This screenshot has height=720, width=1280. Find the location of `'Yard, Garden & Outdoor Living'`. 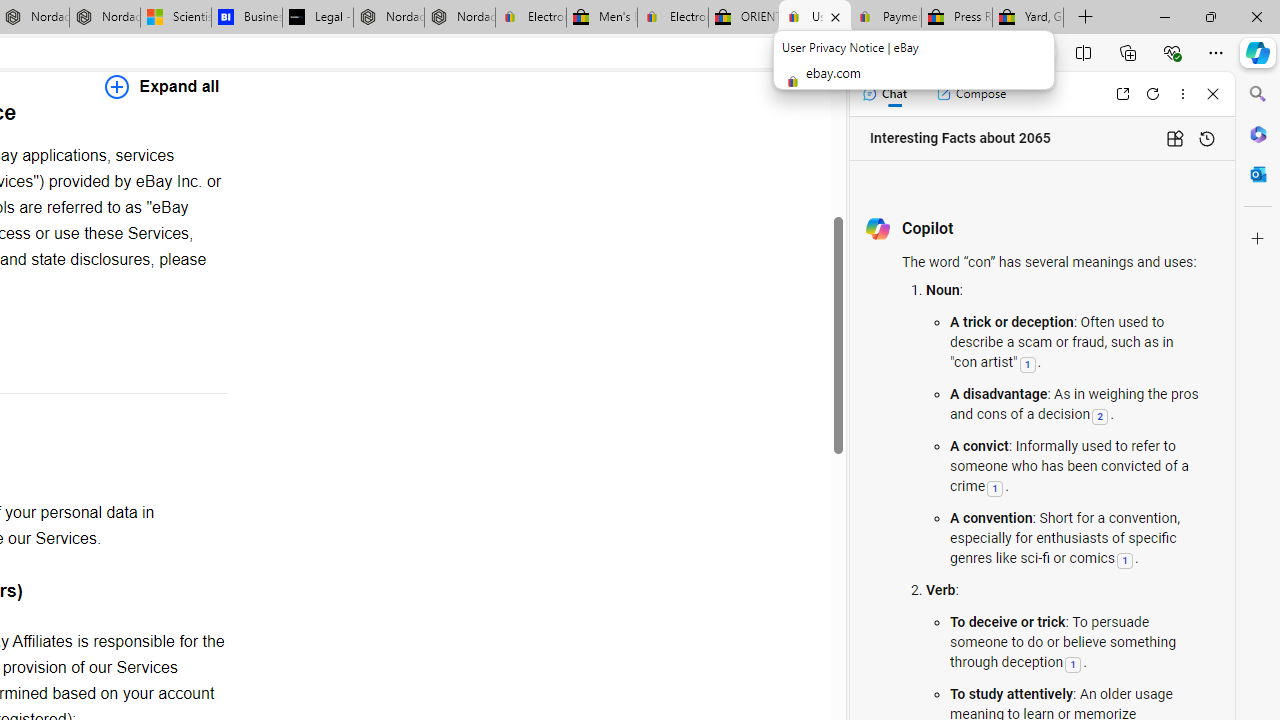

'Yard, Garden & Outdoor Living' is located at coordinates (1028, 17).